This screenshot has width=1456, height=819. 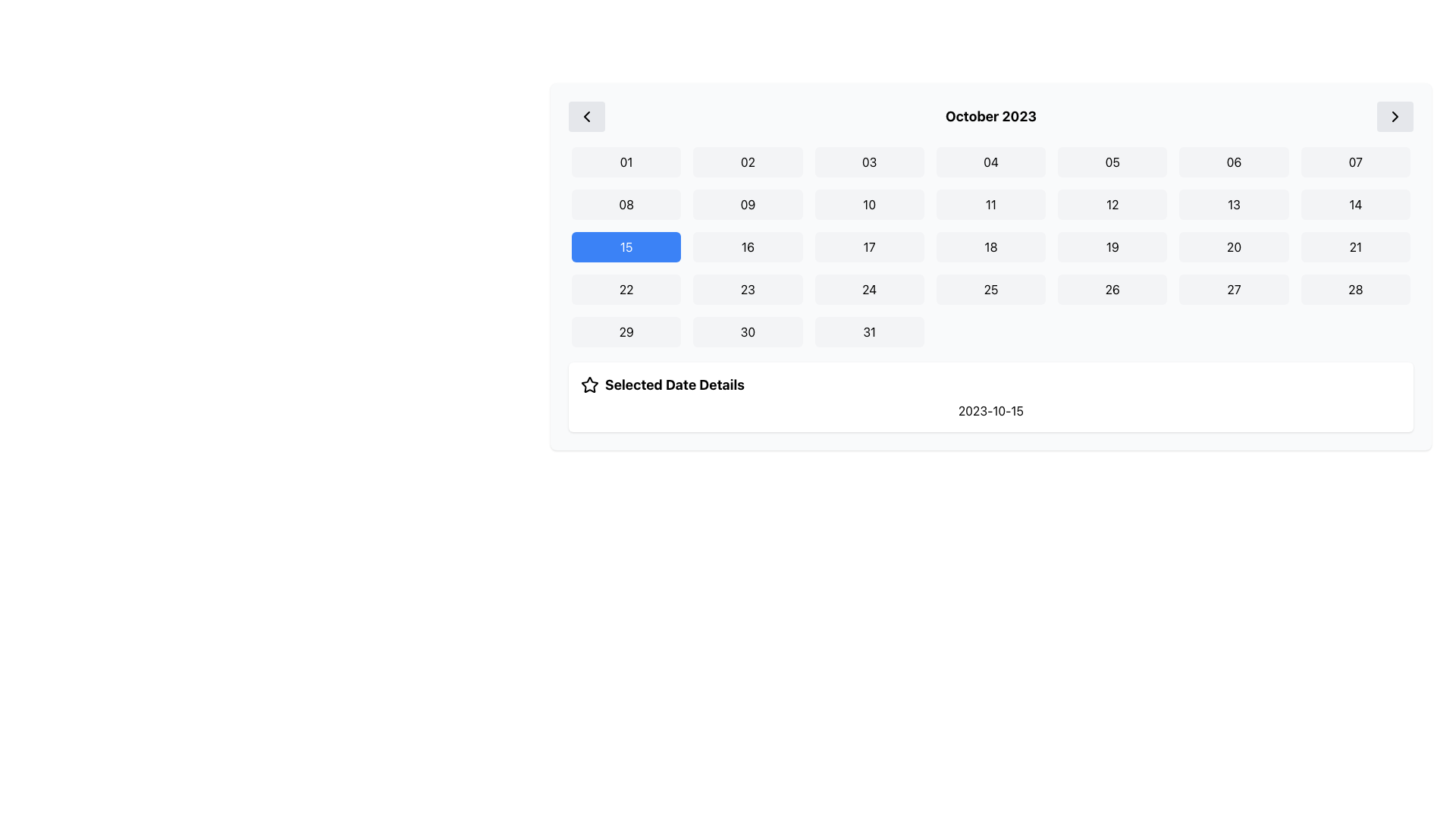 What do you see at coordinates (626, 246) in the screenshot?
I see `the button representing the fifteenth day of the calendar month` at bounding box center [626, 246].